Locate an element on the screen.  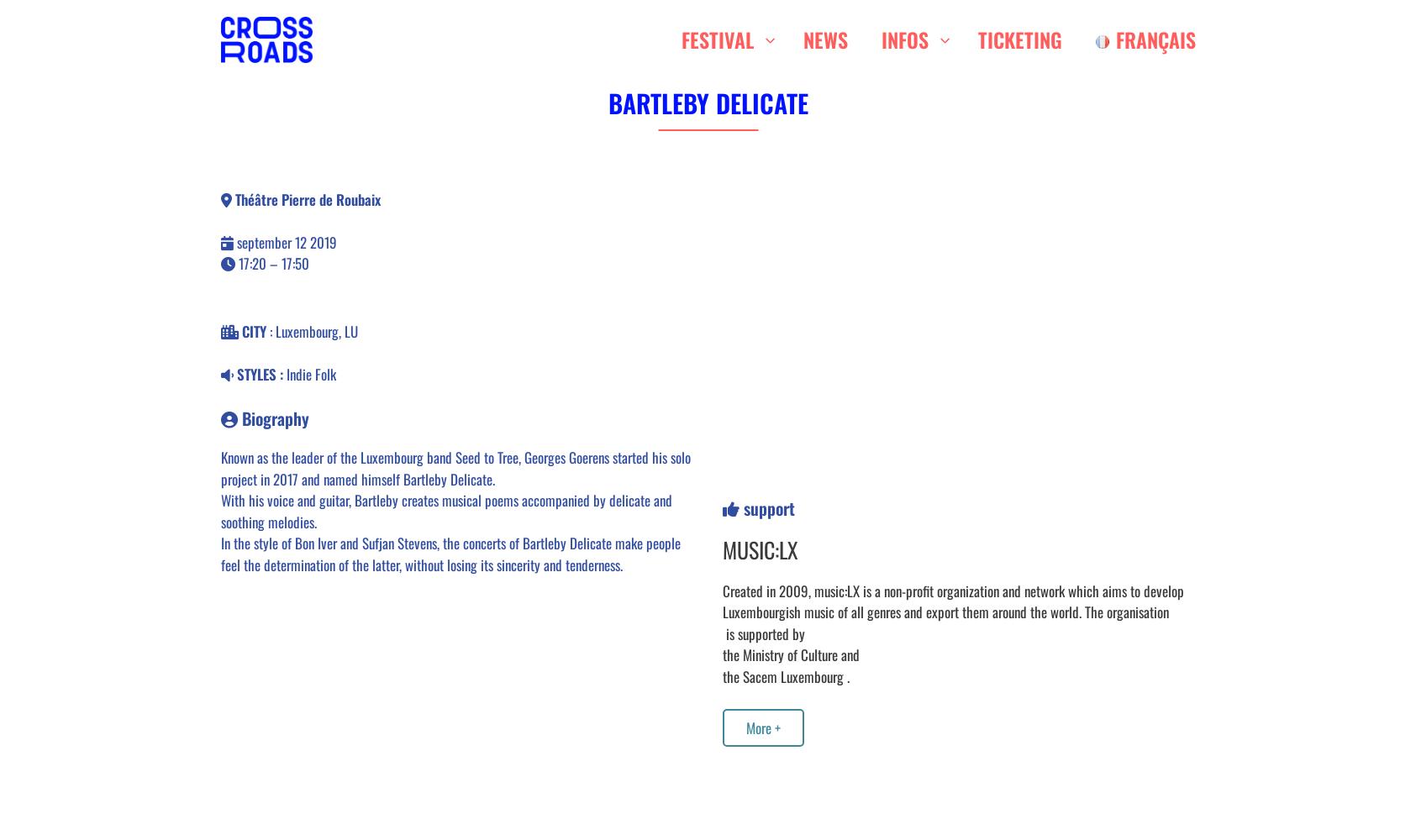
'Created  in 2009, music:LX is a non-profit organization and network which aims  to develop Luxembourgish music of all genres and export them around the  world. The organisation' is located at coordinates (951, 600).